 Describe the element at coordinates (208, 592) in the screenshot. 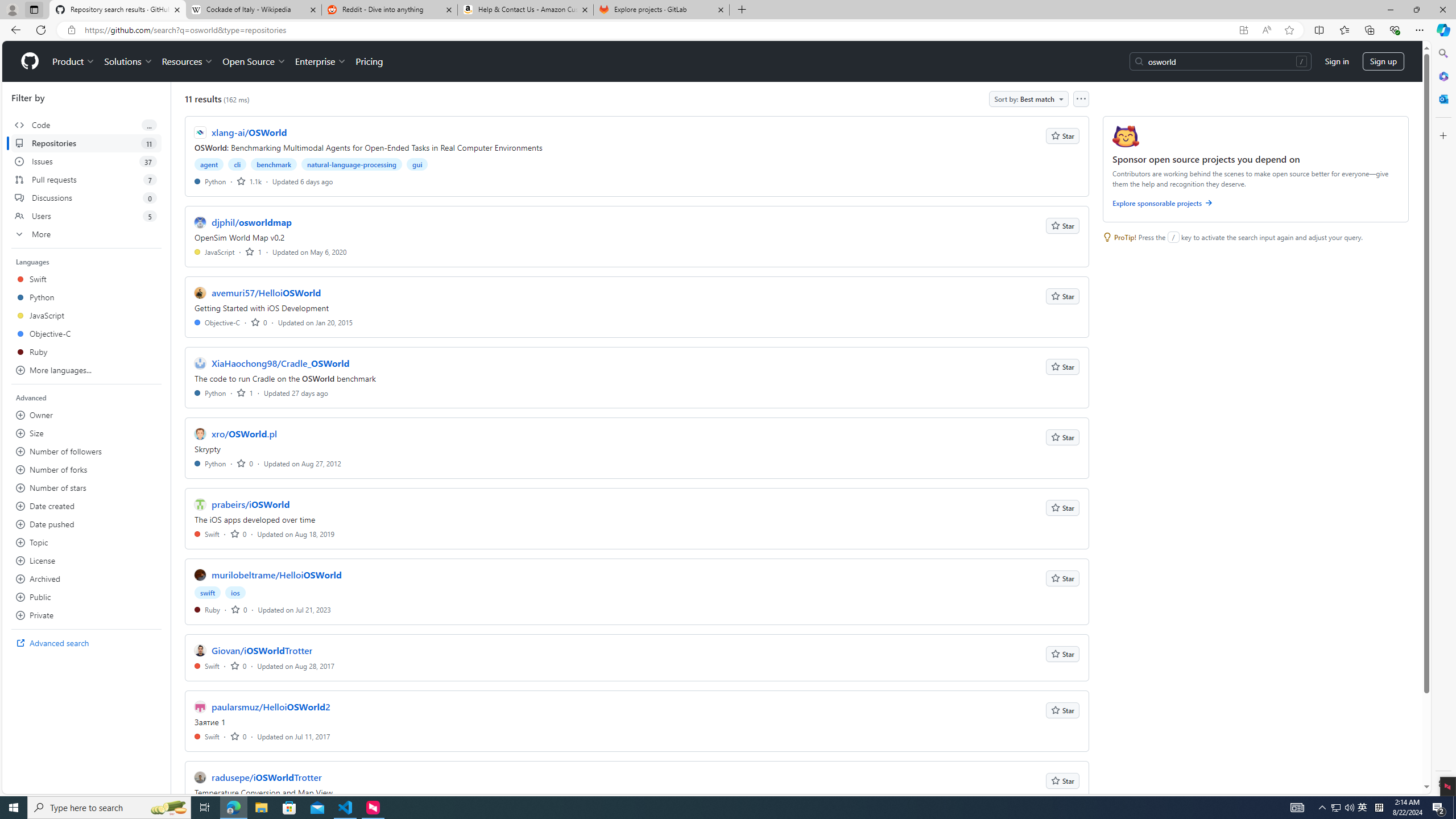

I see `'swift'` at that location.